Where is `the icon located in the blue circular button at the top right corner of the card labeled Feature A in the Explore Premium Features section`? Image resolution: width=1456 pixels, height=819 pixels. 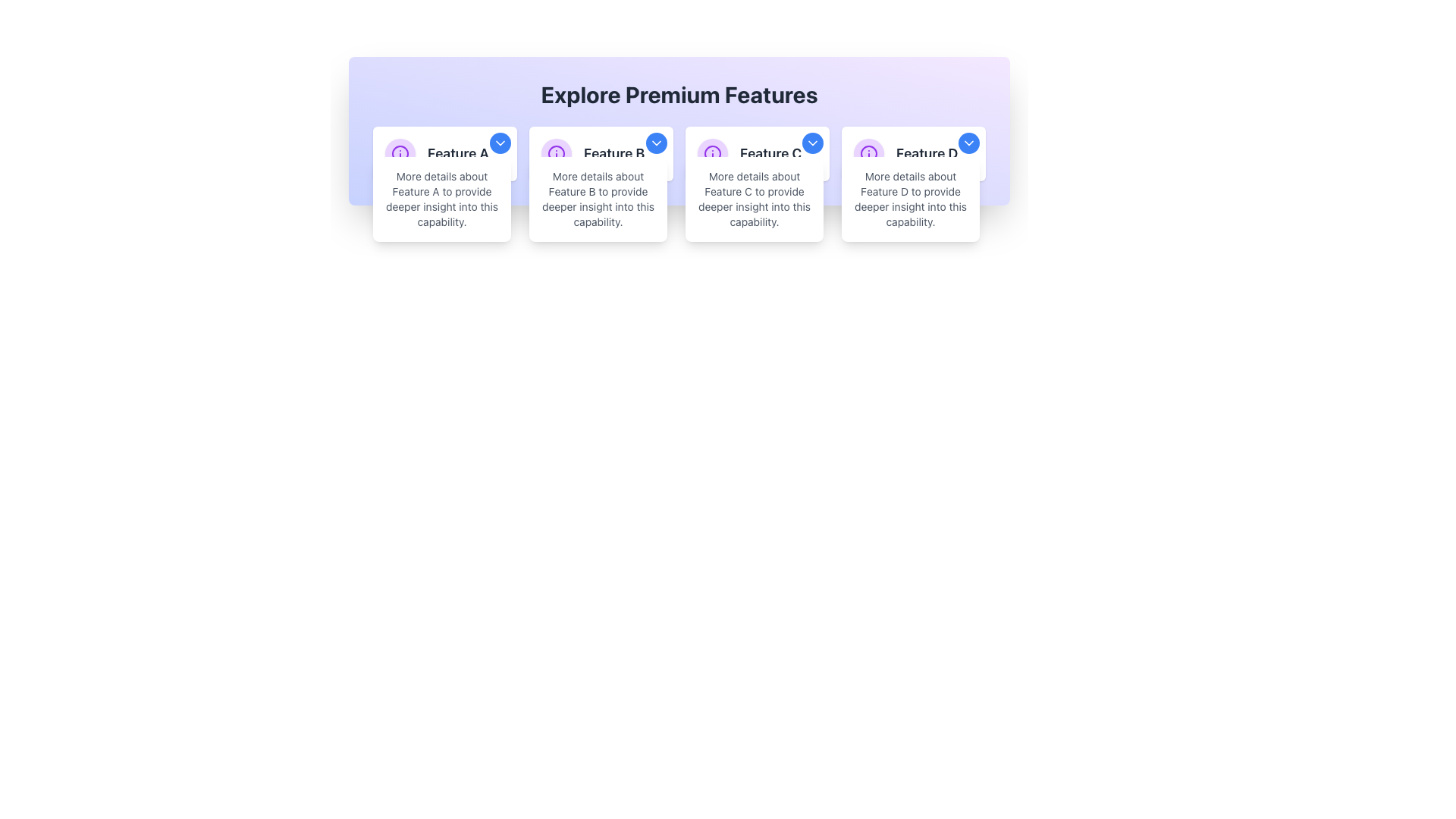
the icon located in the blue circular button at the top right corner of the card labeled Feature A in the Explore Premium Features section is located at coordinates (500, 143).